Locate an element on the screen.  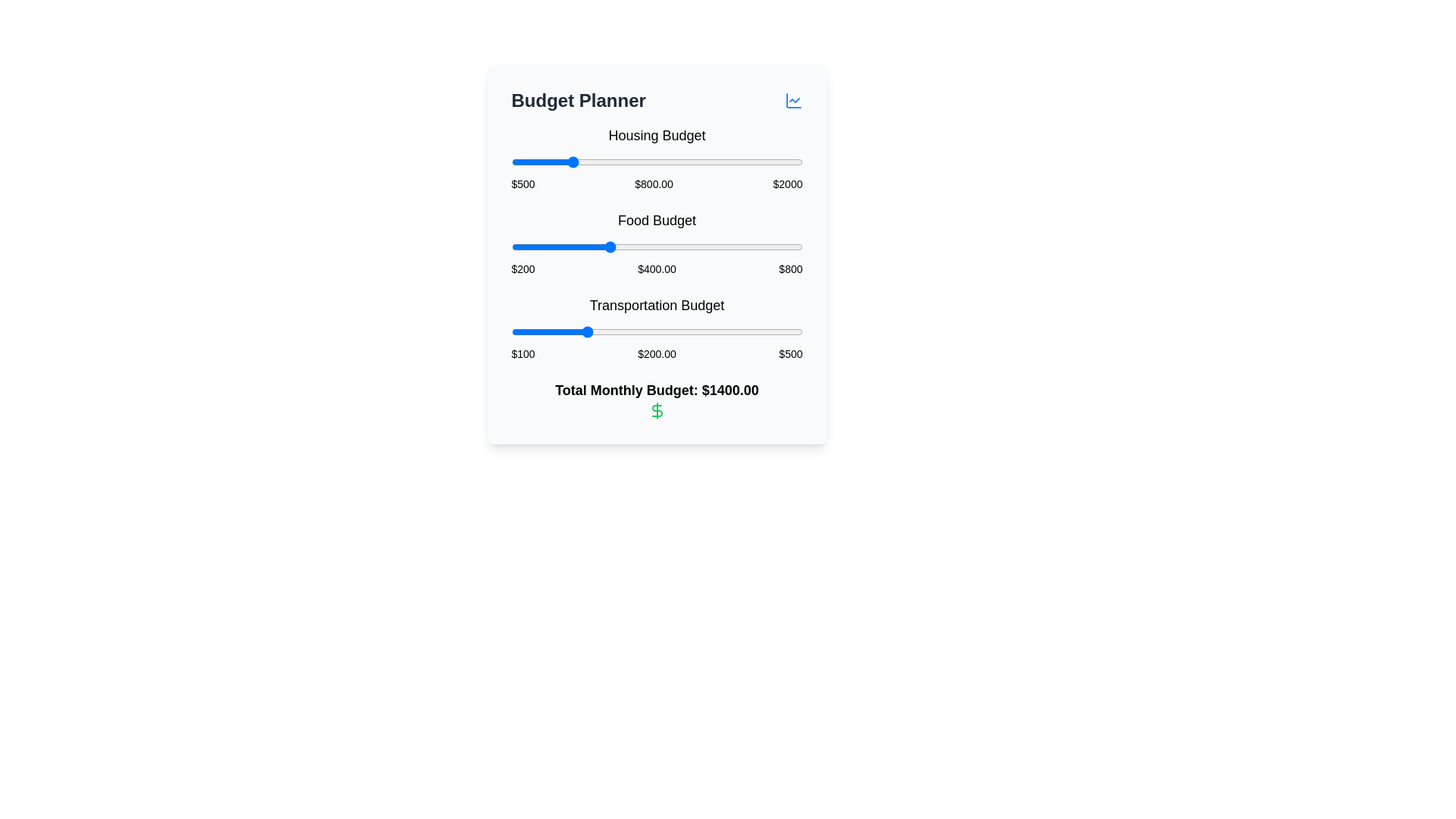
the static text label displaying '$400.00' located in the 'Food Budget' section, which is positioned between two other monetary values and next to a slider control is located at coordinates (657, 268).